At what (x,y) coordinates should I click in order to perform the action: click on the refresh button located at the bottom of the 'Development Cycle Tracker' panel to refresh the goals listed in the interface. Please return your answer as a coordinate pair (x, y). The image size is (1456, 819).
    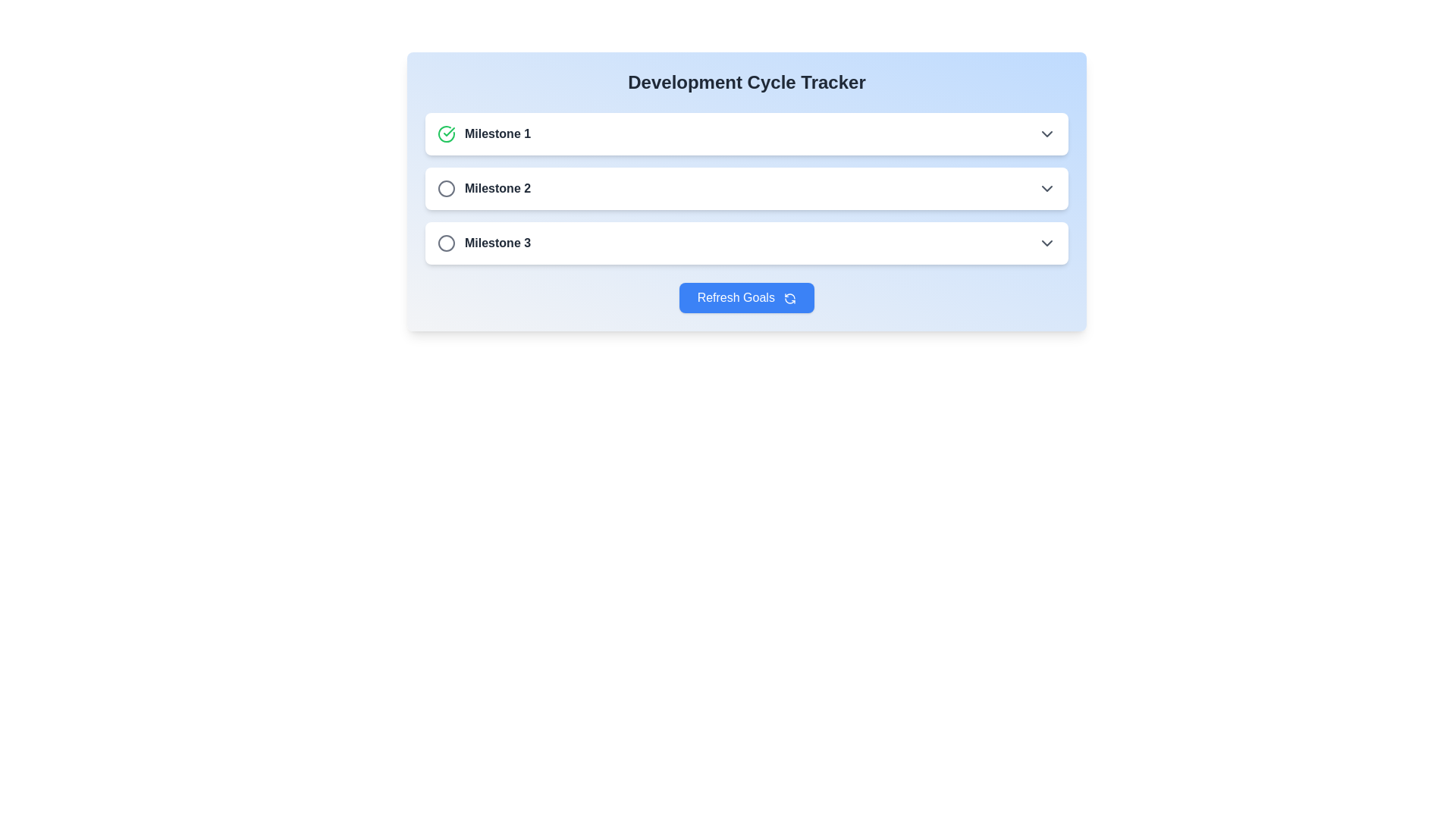
    Looking at the image, I should click on (746, 298).